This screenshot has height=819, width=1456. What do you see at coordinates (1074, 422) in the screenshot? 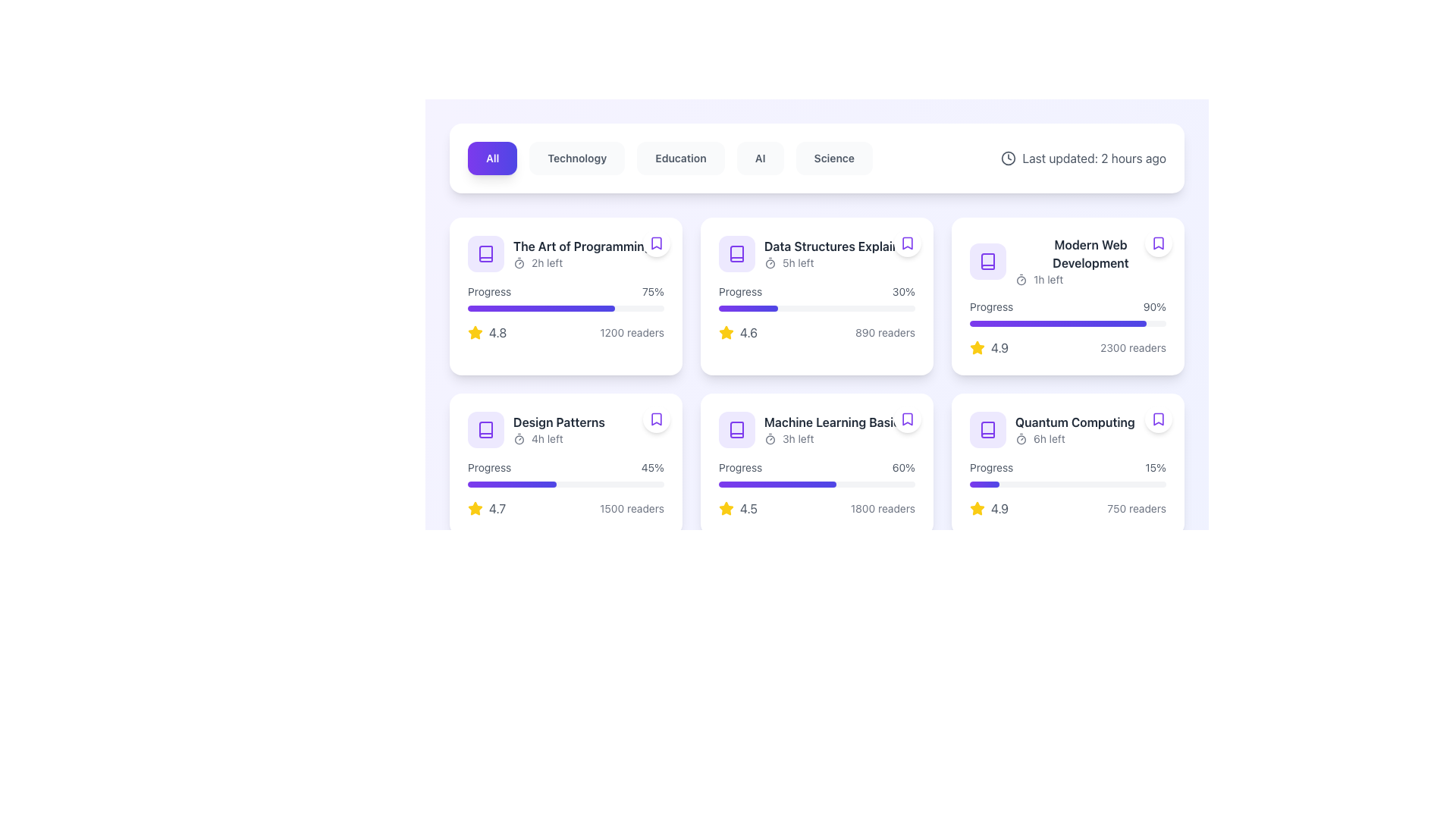
I see `the Text label that serves as a title or heading for the card content, located in the bottom row, rightmost column of a grid layout` at bounding box center [1074, 422].